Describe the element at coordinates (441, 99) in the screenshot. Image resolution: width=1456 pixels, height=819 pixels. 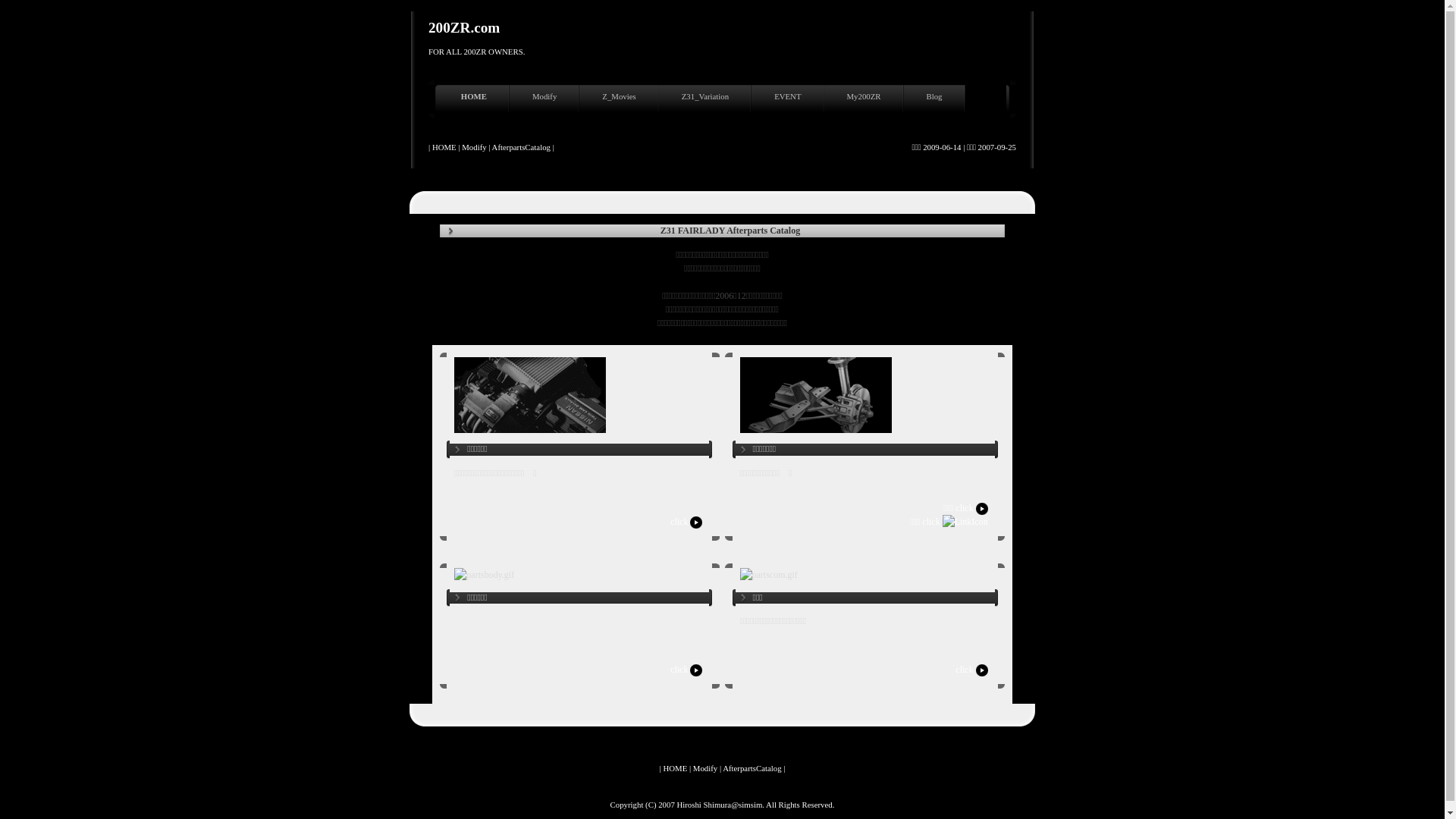
I see `'HOME'` at that location.